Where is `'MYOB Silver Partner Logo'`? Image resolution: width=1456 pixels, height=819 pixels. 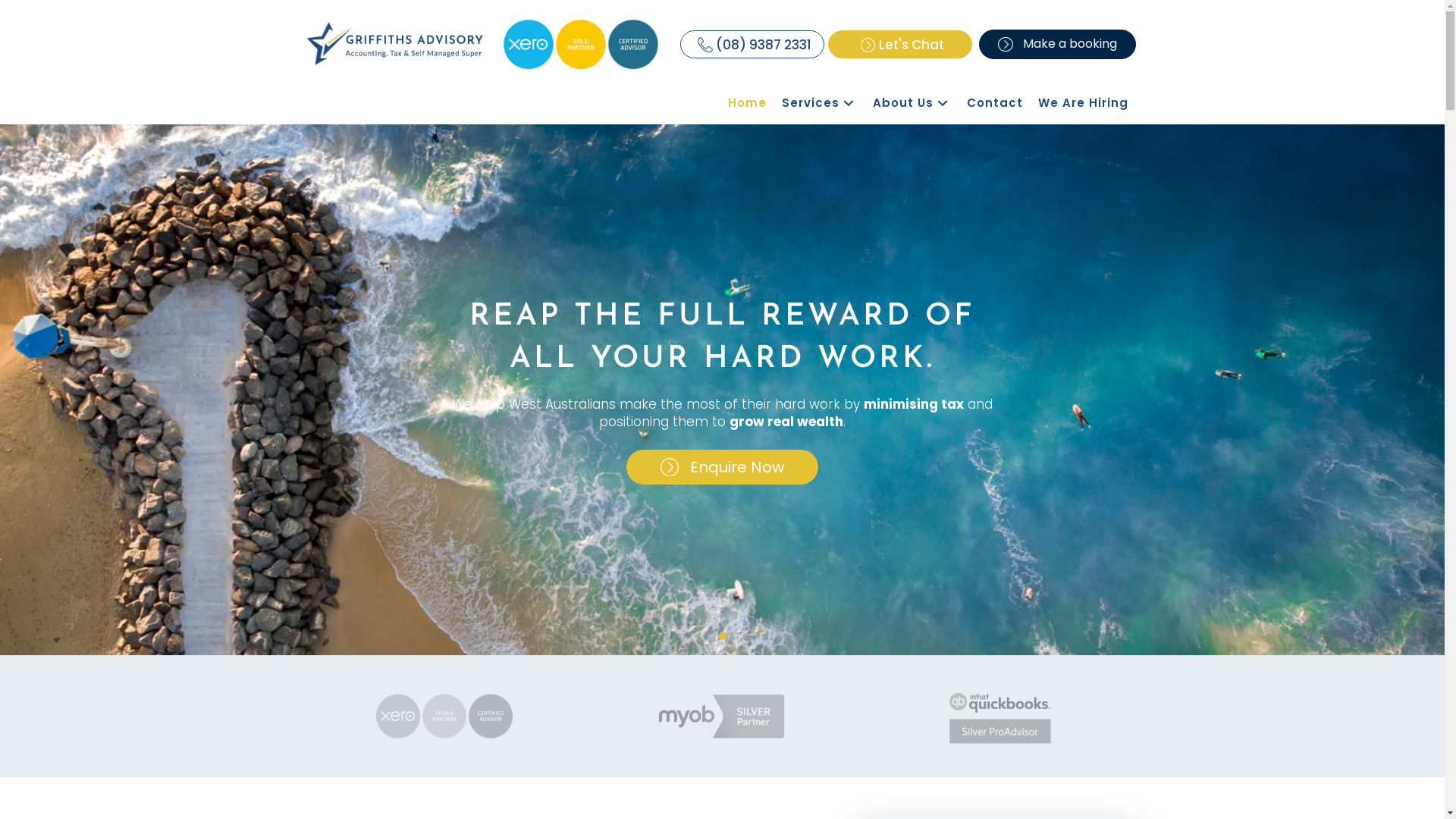
'MYOB Silver Partner Logo' is located at coordinates (654, 717).